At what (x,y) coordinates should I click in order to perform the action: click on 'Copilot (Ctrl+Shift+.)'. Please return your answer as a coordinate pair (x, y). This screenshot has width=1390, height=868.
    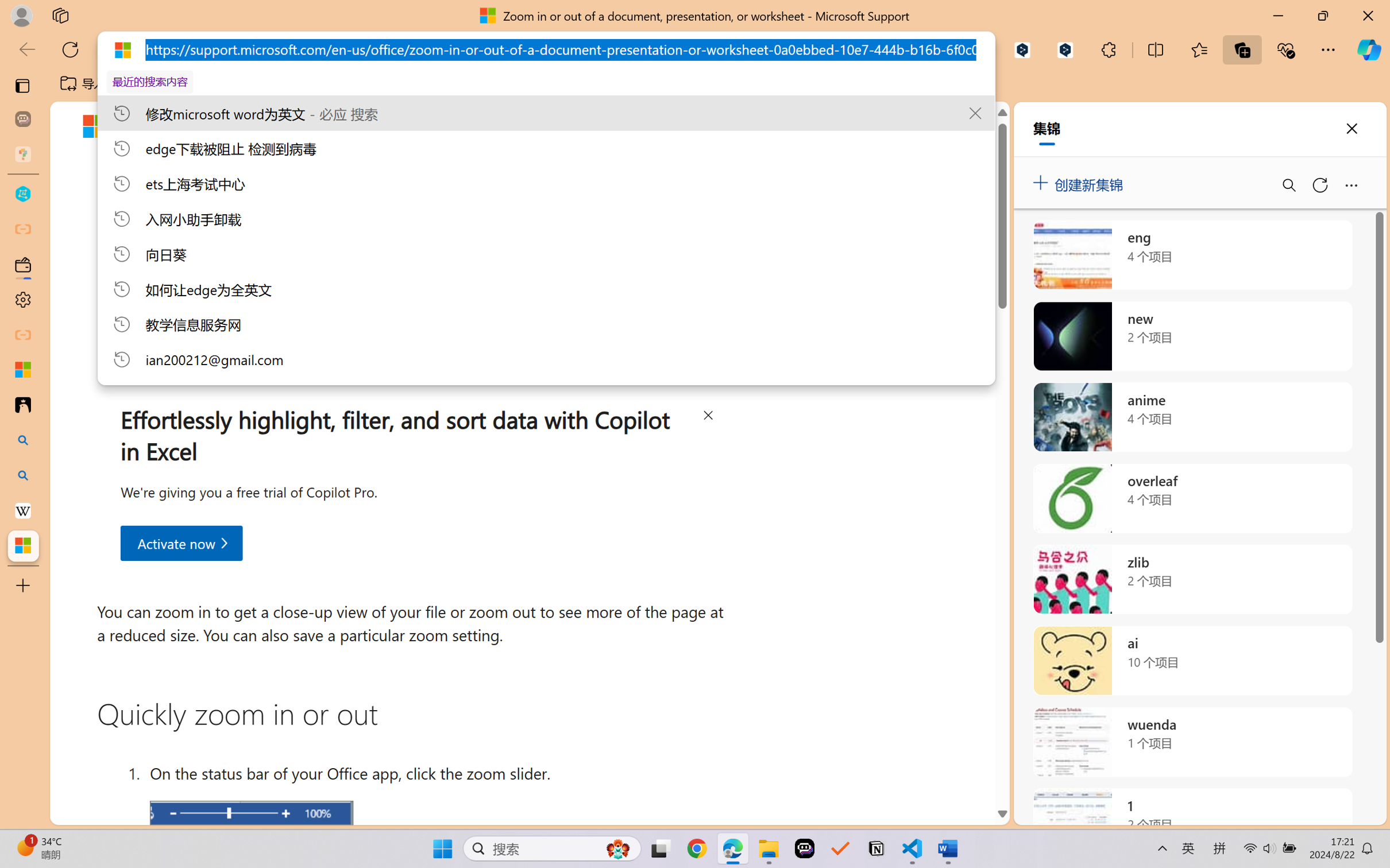
    Looking at the image, I should click on (1369, 49).